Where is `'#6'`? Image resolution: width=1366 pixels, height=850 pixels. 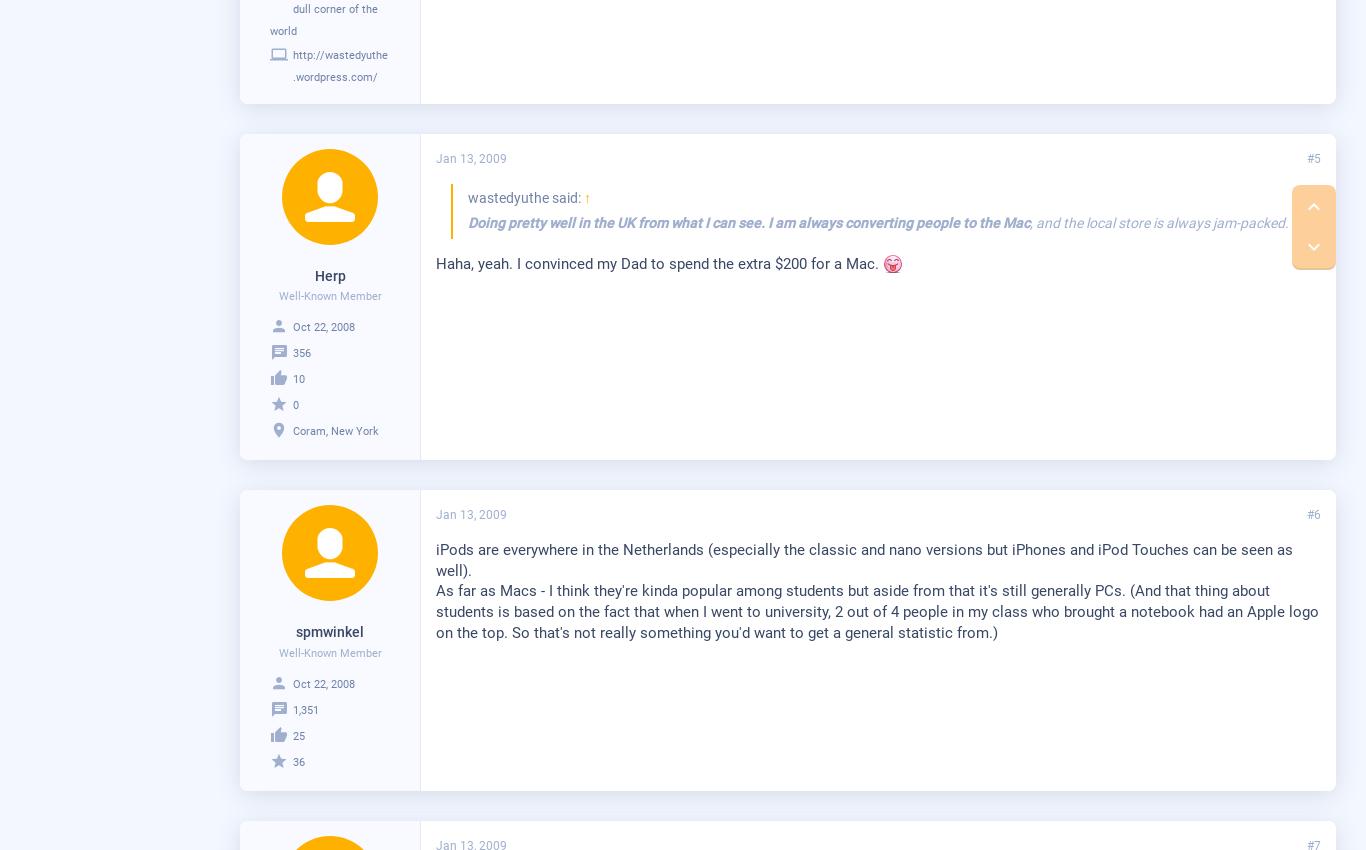 '#6' is located at coordinates (1312, 514).